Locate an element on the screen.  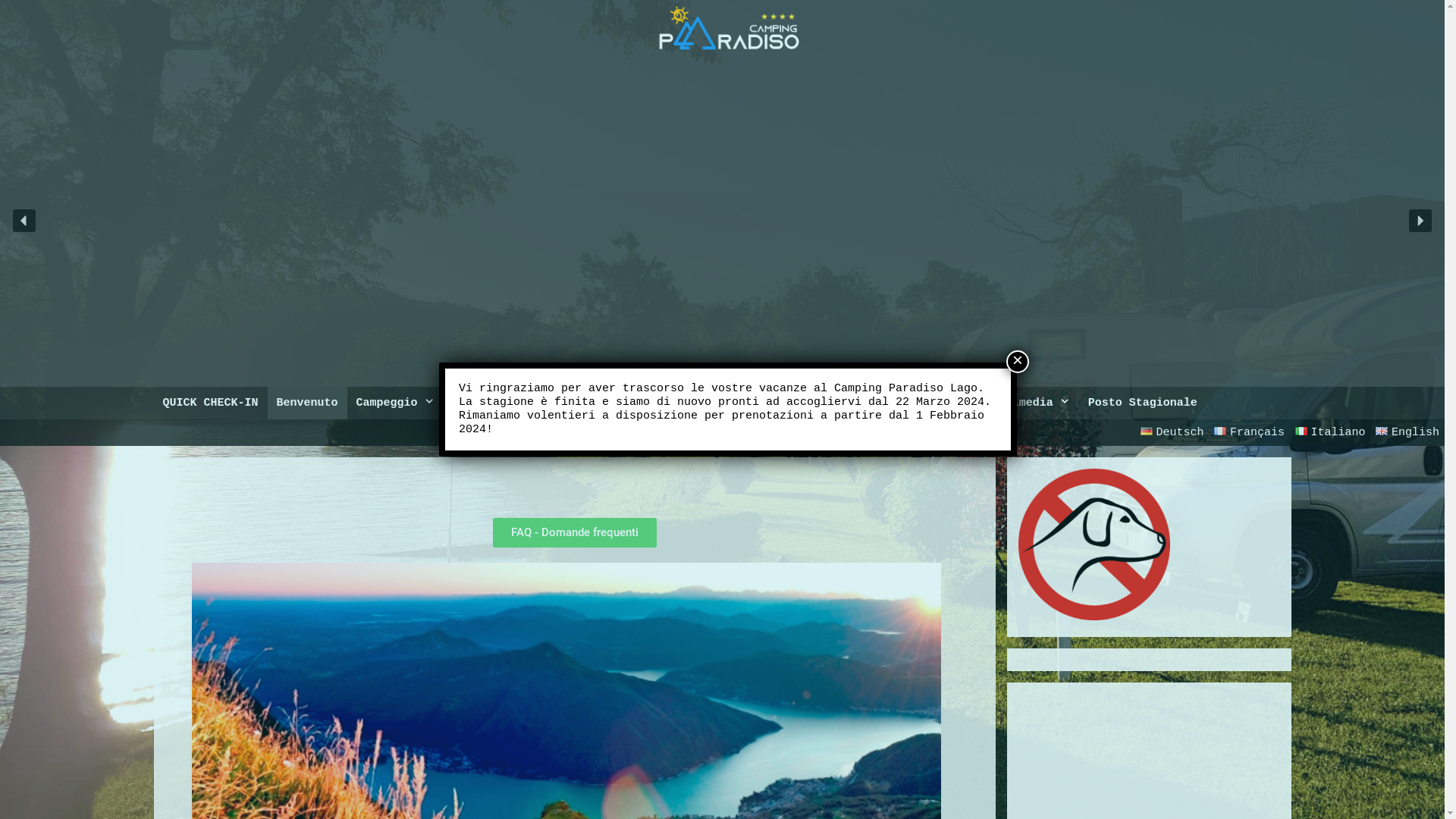
'FAQ - Domande frequenti' is located at coordinates (492, 532).